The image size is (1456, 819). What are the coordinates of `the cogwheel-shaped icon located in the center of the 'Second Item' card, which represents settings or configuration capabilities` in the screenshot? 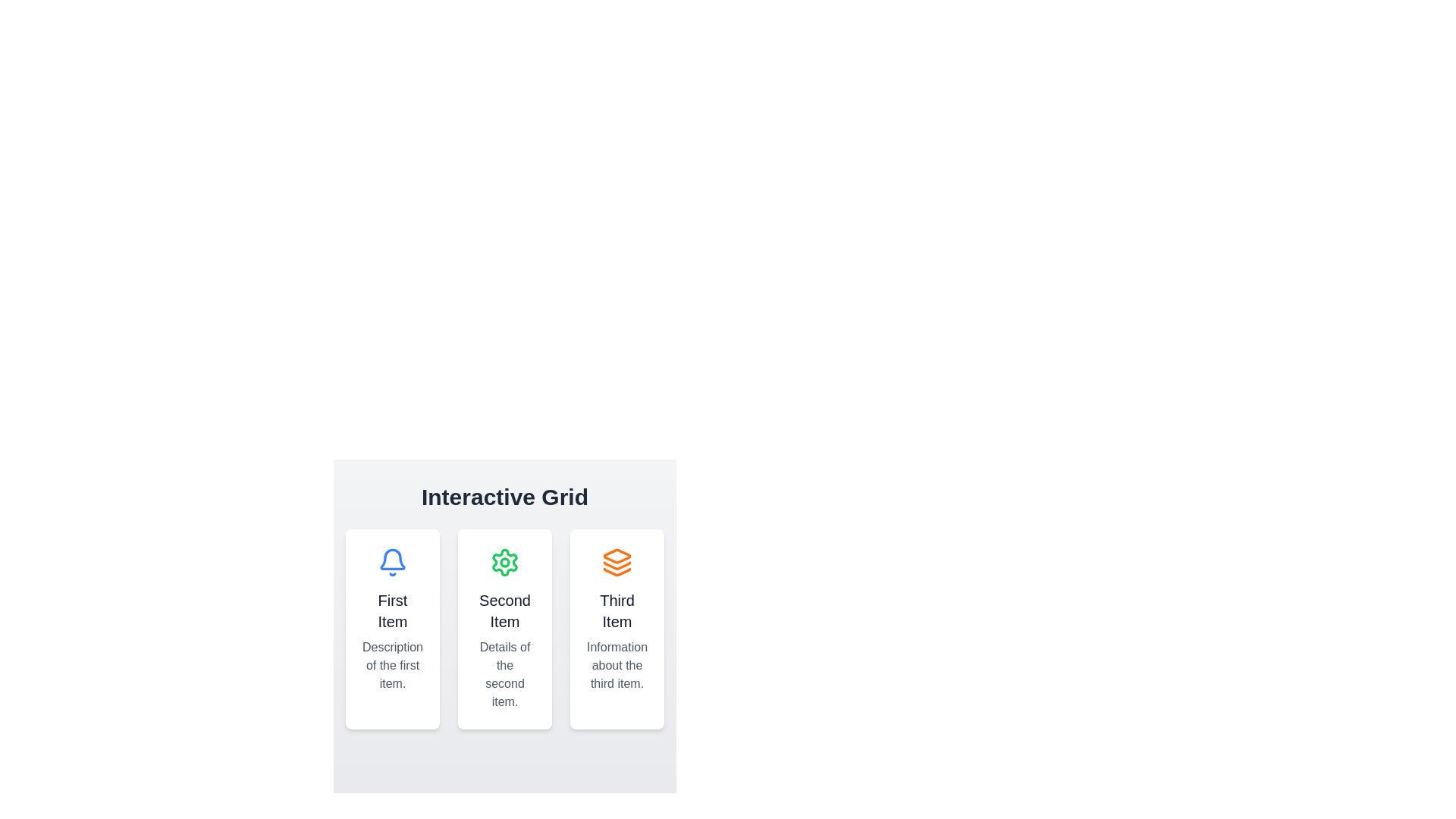 It's located at (505, 562).